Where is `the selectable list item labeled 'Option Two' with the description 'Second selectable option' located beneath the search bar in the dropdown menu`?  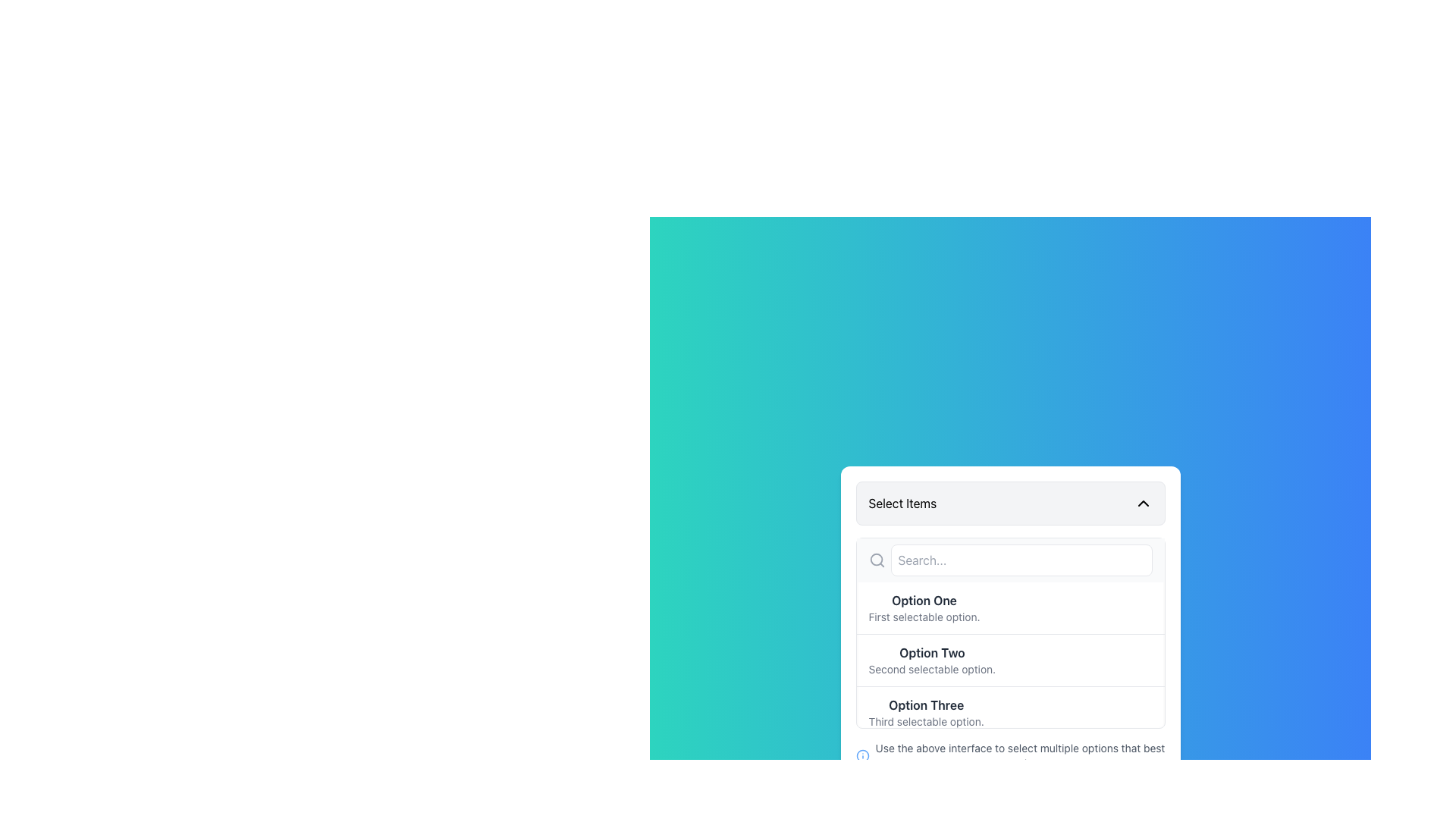 the selectable list item labeled 'Option Two' with the description 'Second selectable option' located beneath the search bar in the dropdown menu is located at coordinates (1010, 654).